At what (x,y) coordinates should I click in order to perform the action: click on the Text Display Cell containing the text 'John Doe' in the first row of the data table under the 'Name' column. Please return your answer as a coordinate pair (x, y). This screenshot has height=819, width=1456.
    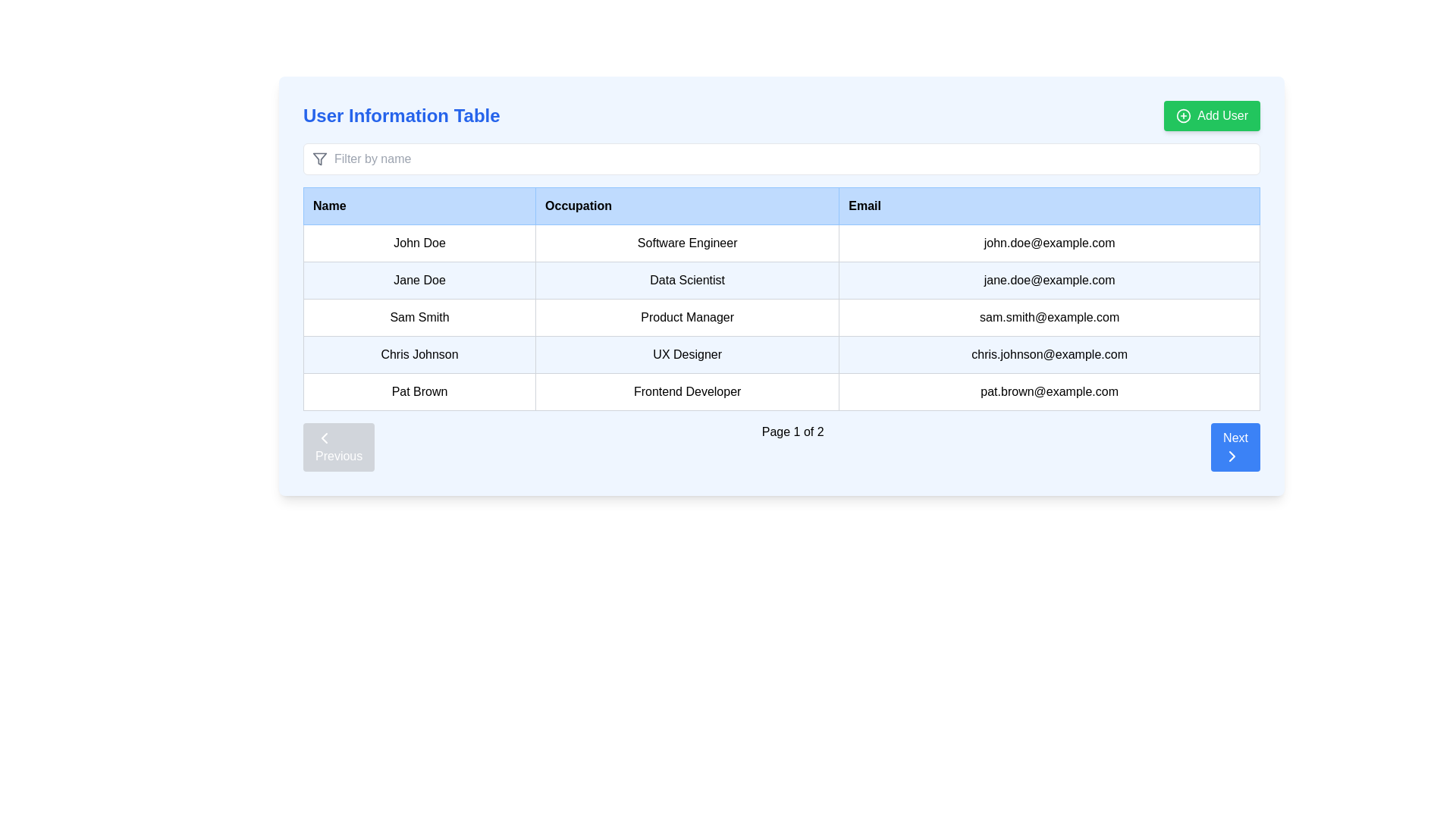
    Looking at the image, I should click on (419, 242).